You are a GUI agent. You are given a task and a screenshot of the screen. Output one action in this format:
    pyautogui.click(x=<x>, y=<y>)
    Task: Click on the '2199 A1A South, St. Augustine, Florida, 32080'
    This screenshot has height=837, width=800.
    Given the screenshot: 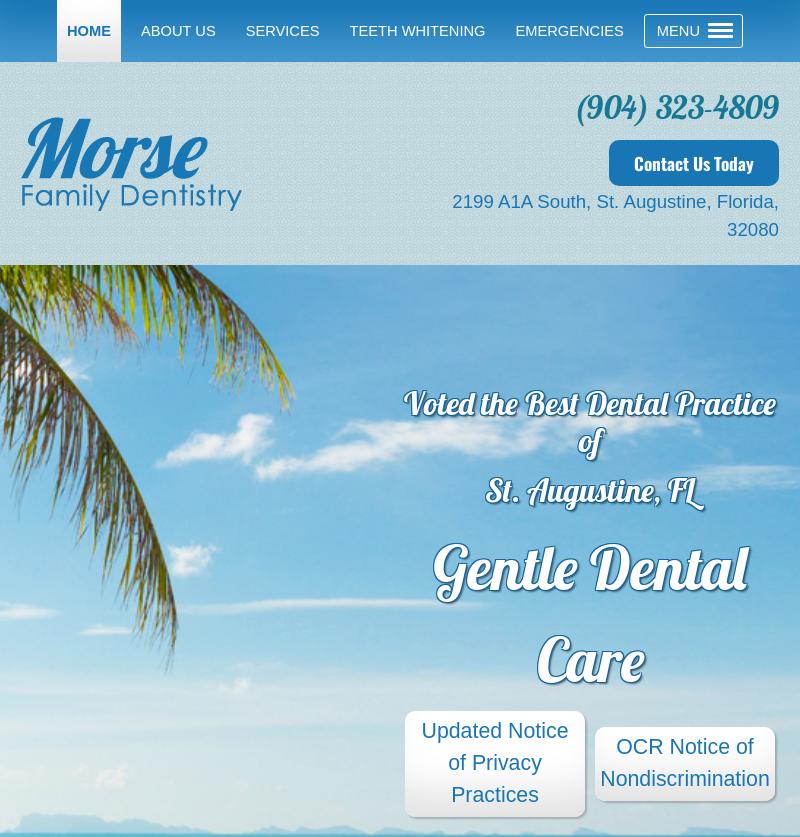 What is the action you would take?
    pyautogui.click(x=615, y=214)
    